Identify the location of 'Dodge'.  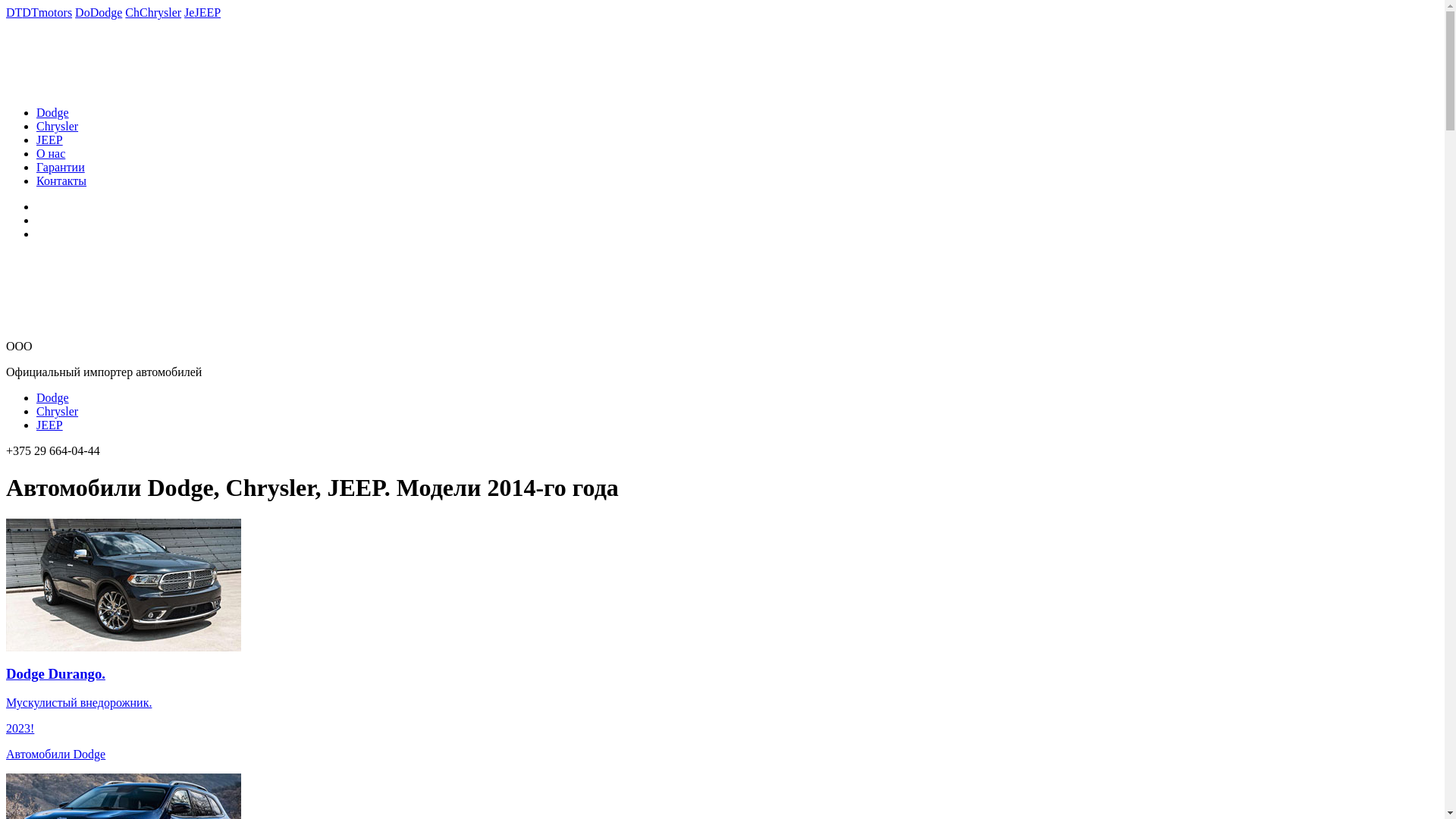
(36, 397).